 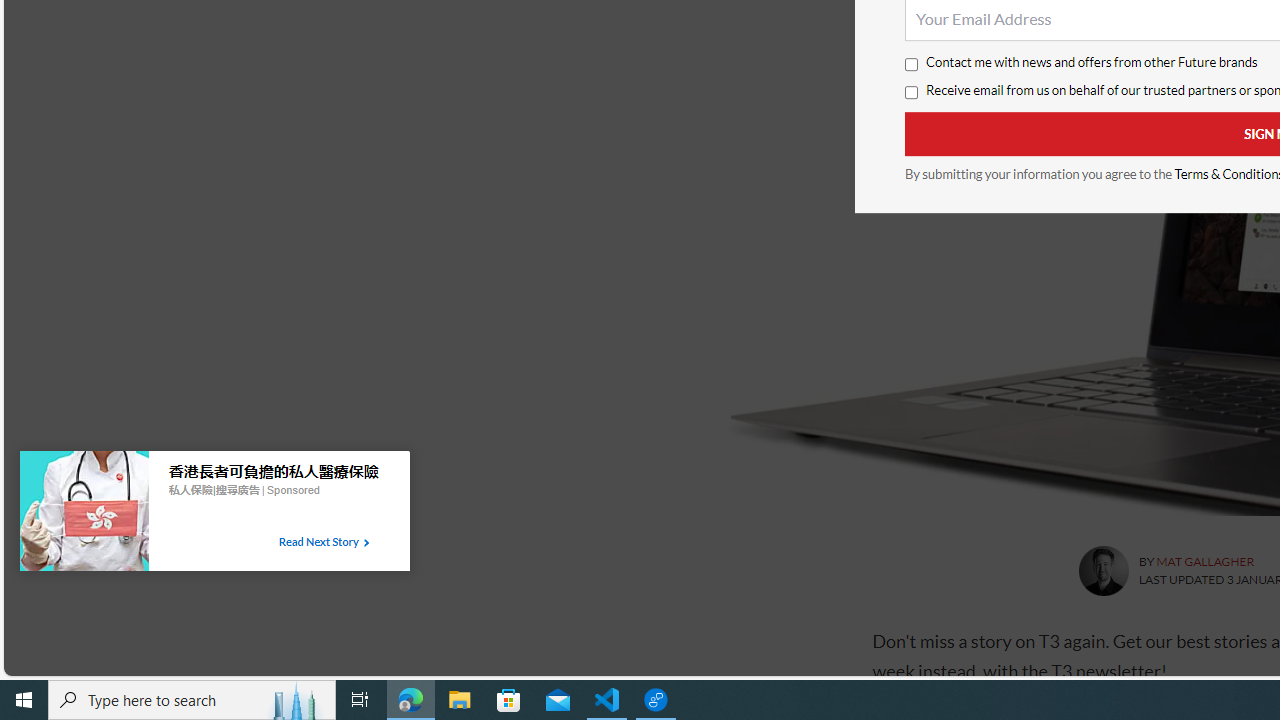 What do you see at coordinates (1102, 571) in the screenshot?
I see `'Mat Gallagher'` at bounding box center [1102, 571].